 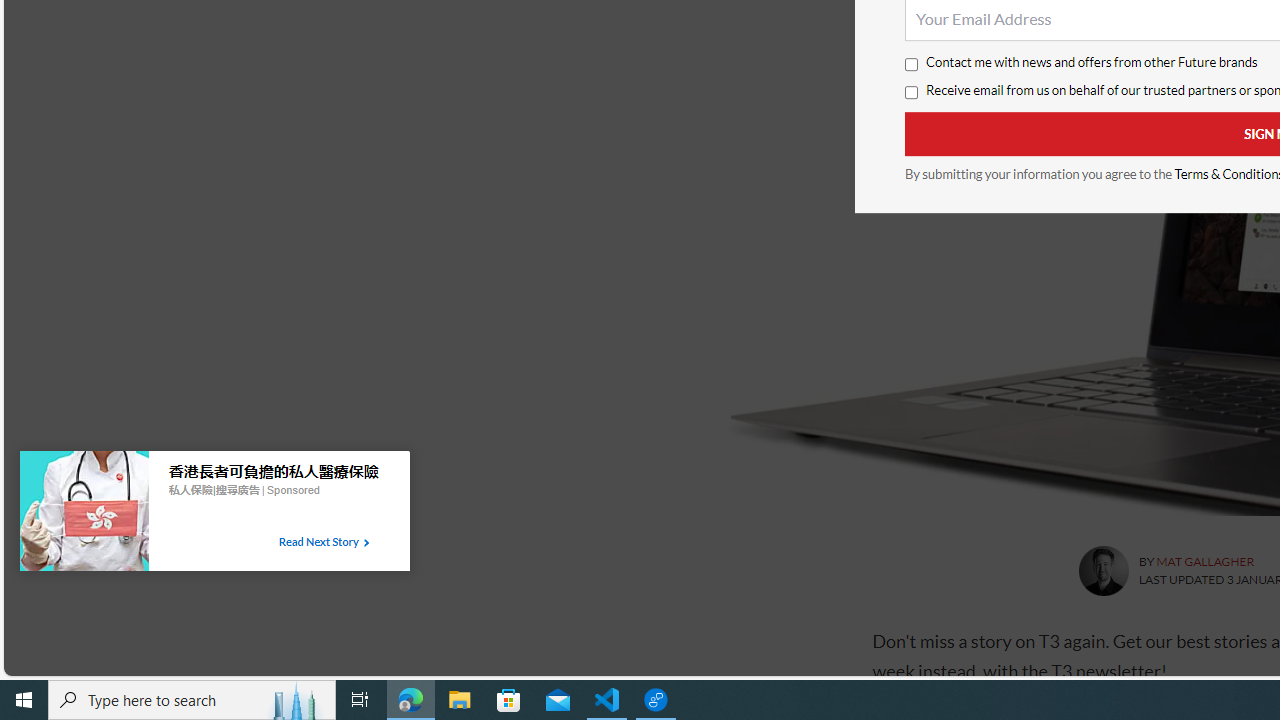 What do you see at coordinates (1102, 571) in the screenshot?
I see `'Mat Gallagher'` at bounding box center [1102, 571].